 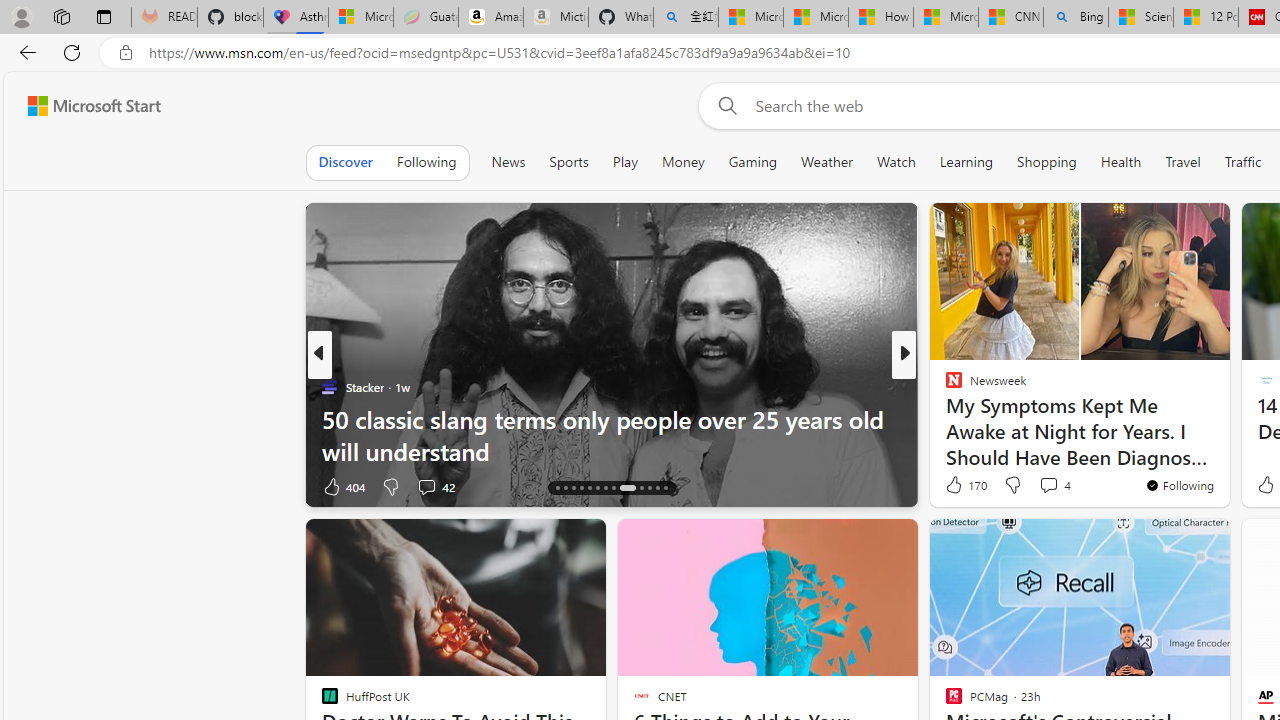 What do you see at coordinates (1179, 485) in the screenshot?
I see `'You'` at bounding box center [1179, 485].